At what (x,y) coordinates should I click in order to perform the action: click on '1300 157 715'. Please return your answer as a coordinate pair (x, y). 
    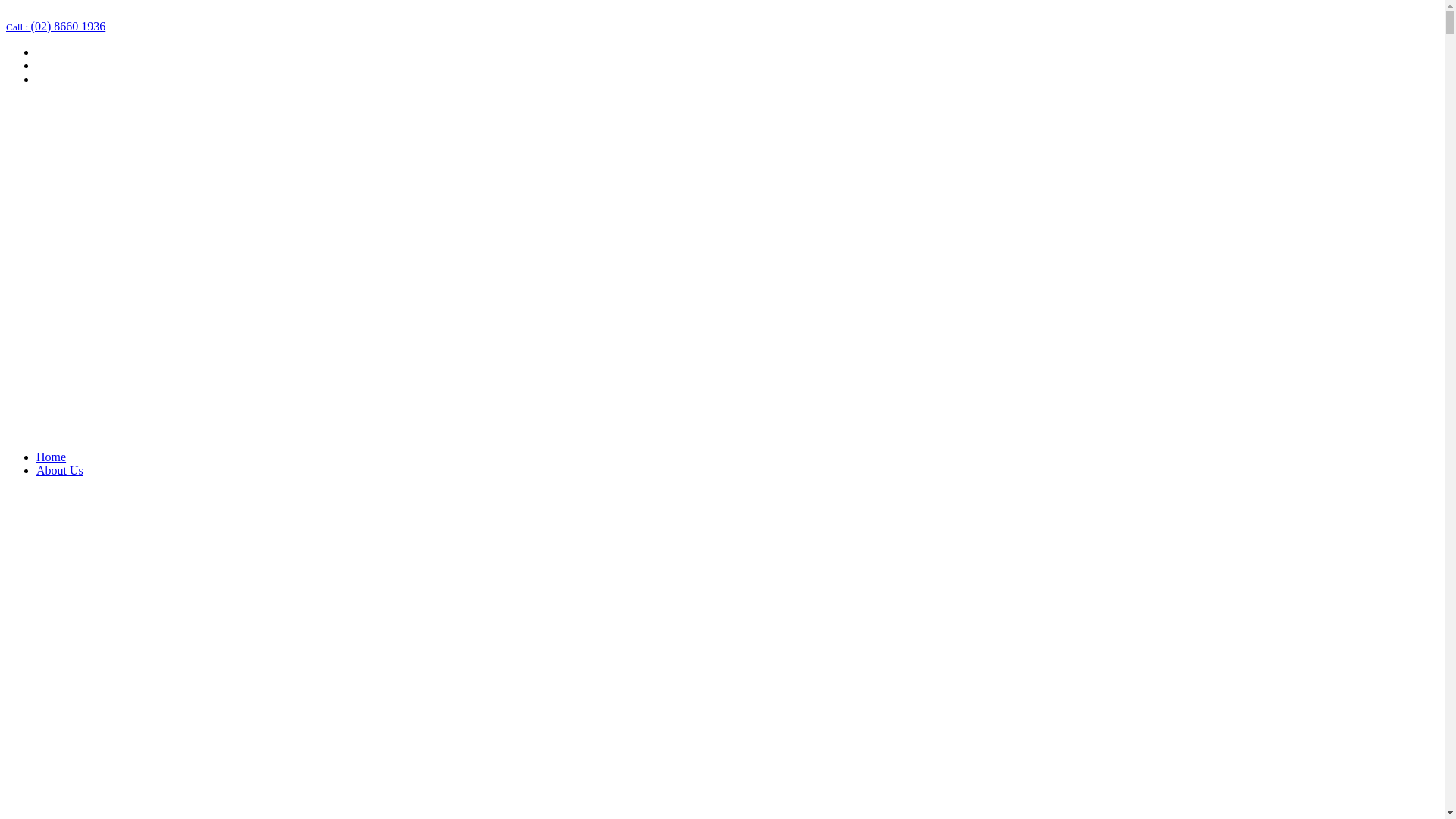
    Looking at the image, I should click on (39, 12).